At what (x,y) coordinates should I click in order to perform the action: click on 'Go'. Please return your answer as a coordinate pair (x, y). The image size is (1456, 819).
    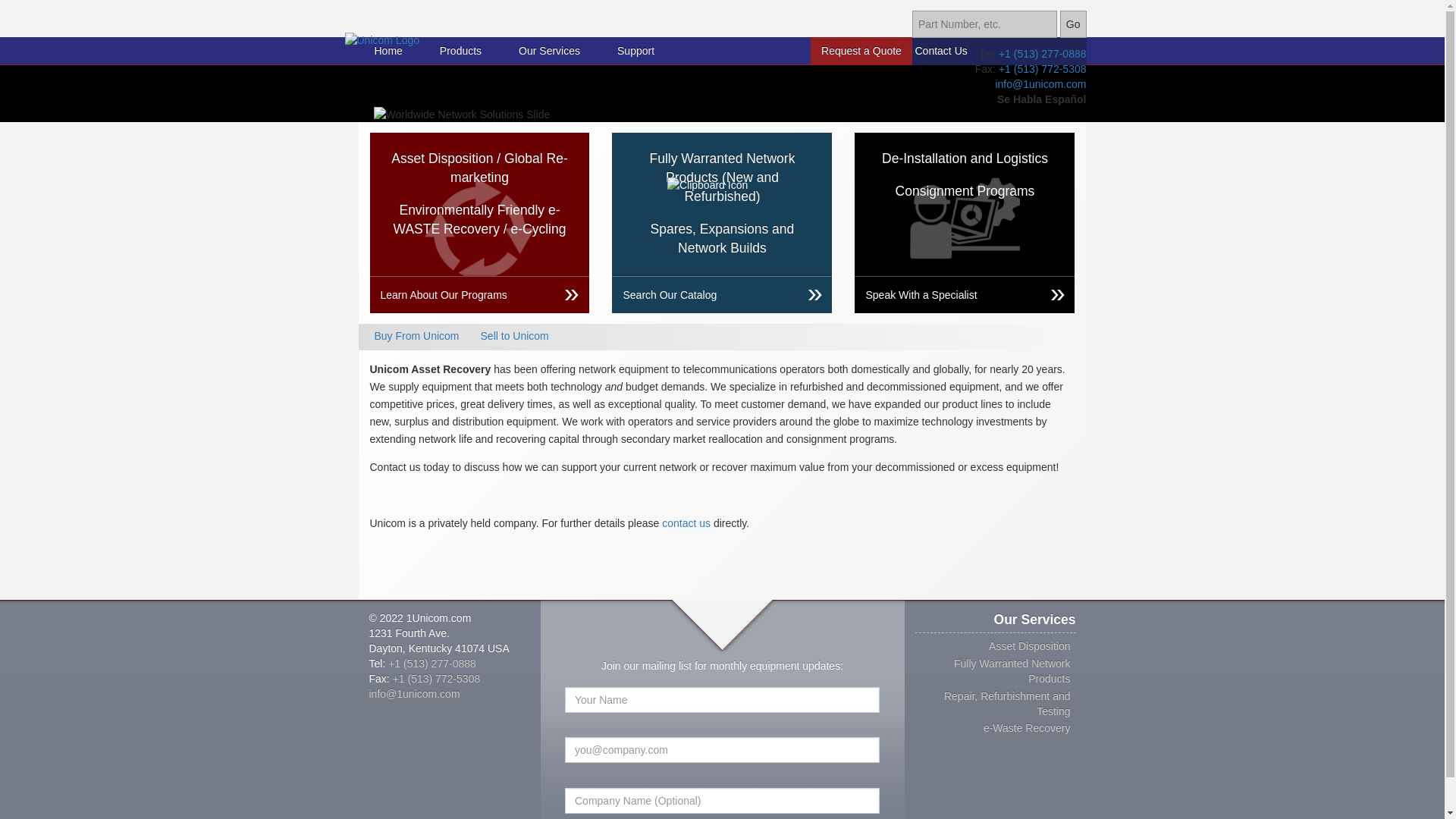
    Looking at the image, I should click on (1072, 24).